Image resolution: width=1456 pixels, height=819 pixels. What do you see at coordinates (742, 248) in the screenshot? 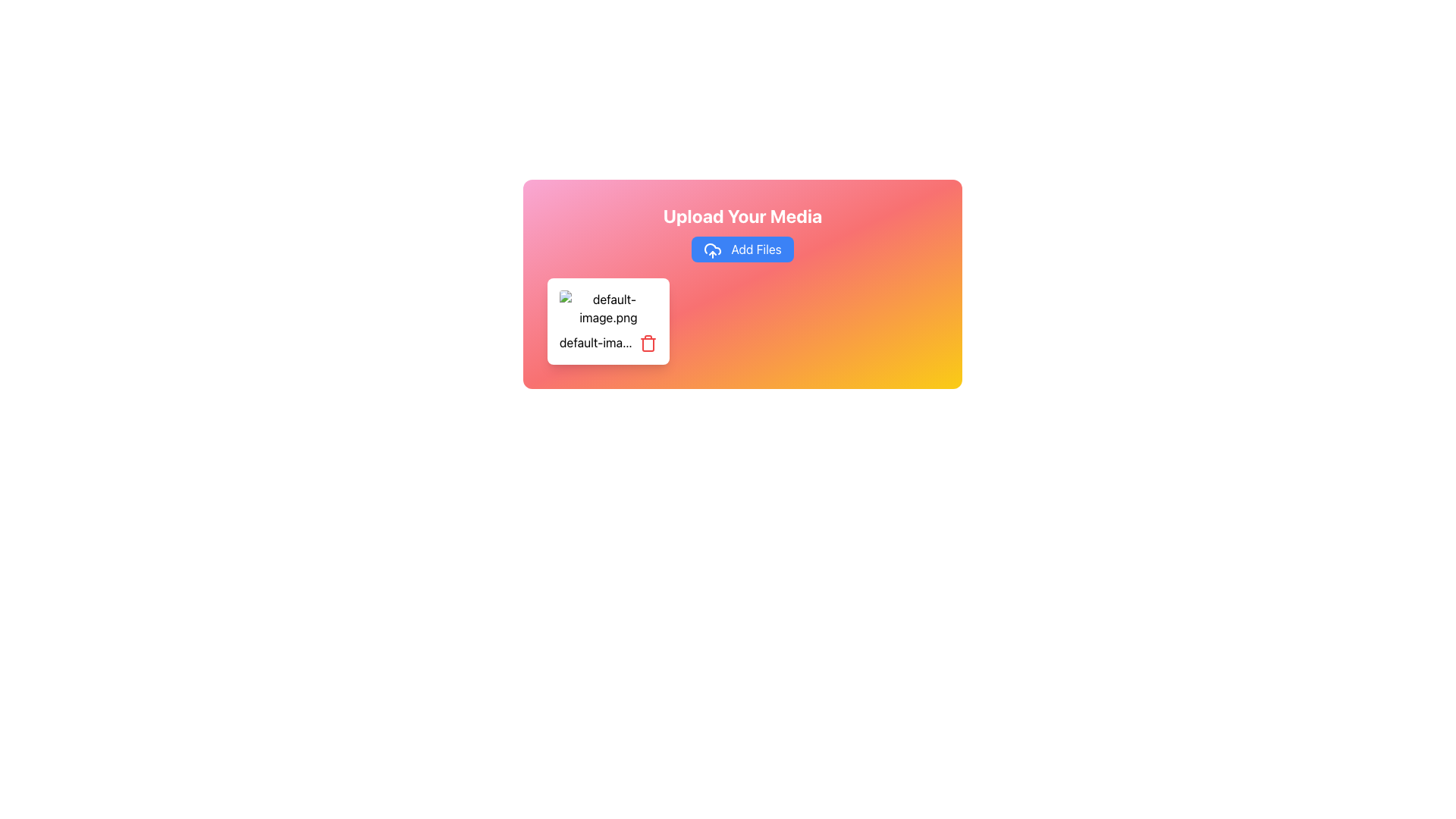
I see `the file upload button located centrally under the 'Upload Your Media' text` at bounding box center [742, 248].